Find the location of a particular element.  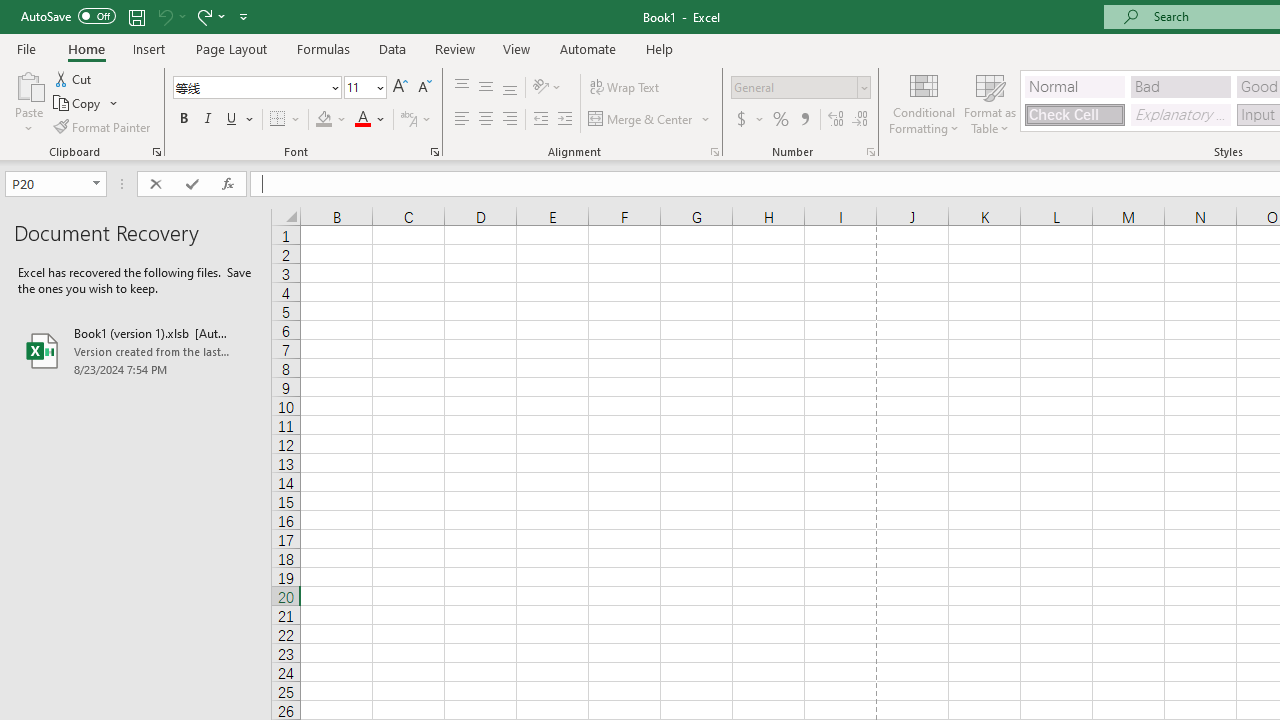

'Copy' is located at coordinates (78, 103).